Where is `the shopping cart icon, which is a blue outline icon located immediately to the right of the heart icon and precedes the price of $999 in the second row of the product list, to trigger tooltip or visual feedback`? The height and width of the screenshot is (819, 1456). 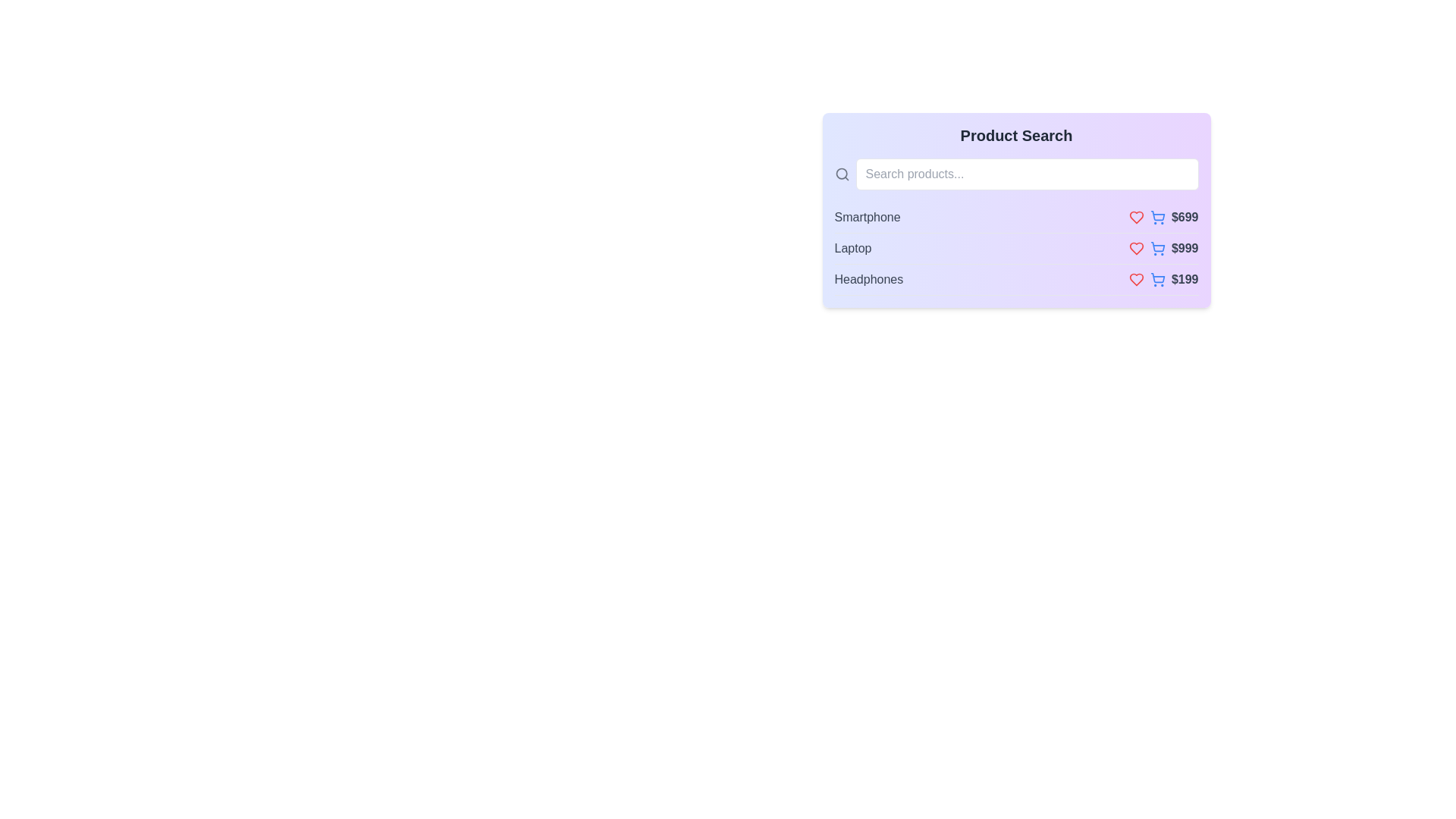 the shopping cart icon, which is a blue outline icon located immediately to the right of the heart icon and precedes the price of $999 in the second row of the product list, to trigger tooltip or visual feedback is located at coordinates (1156, 247).